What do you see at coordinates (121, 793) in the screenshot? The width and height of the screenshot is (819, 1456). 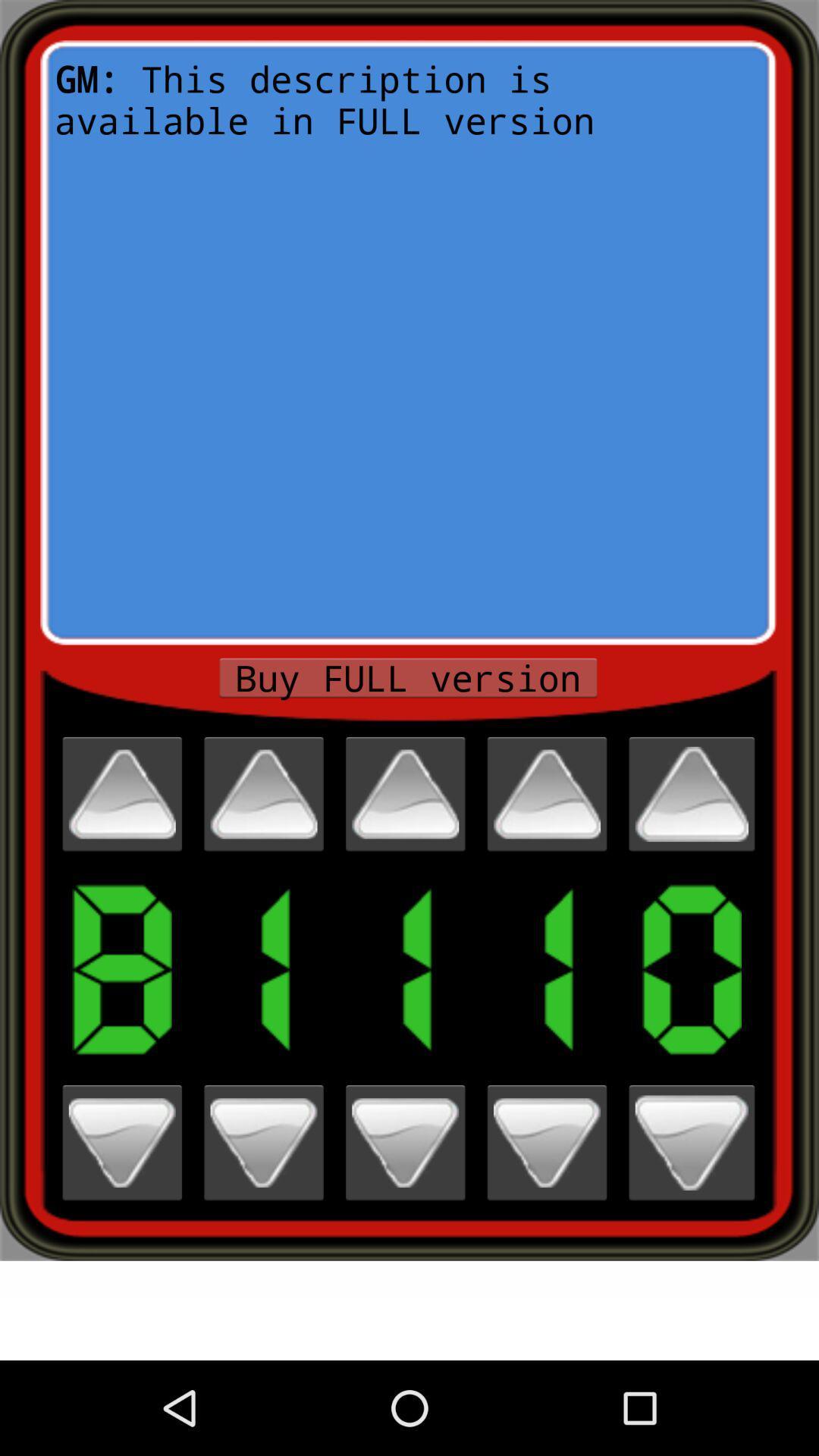 I see `increase digit` at bounding box center [121, 793].